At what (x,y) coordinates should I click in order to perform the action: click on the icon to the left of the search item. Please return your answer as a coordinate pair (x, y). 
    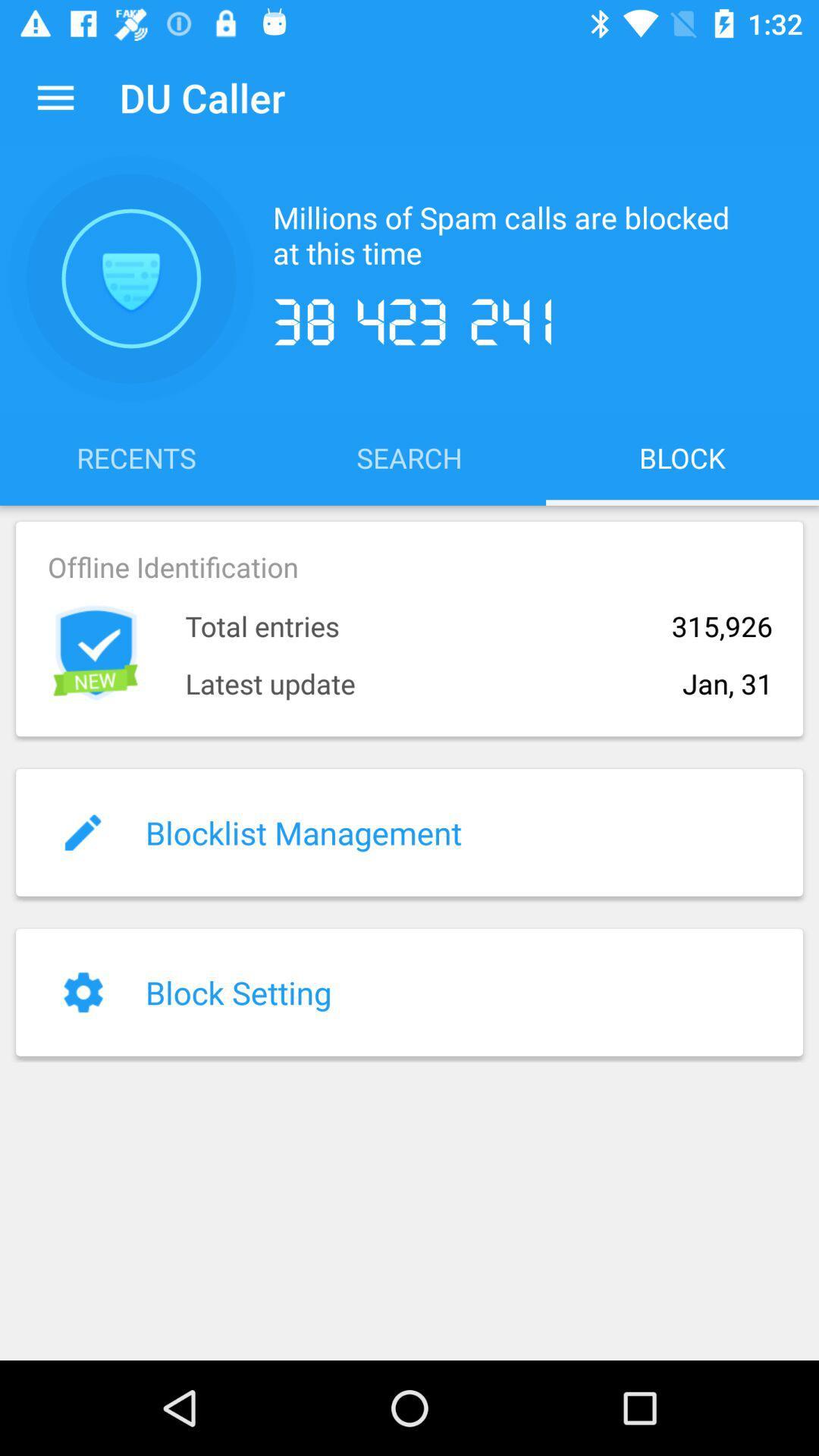
    Looking at the image, I should click on (136, 457).